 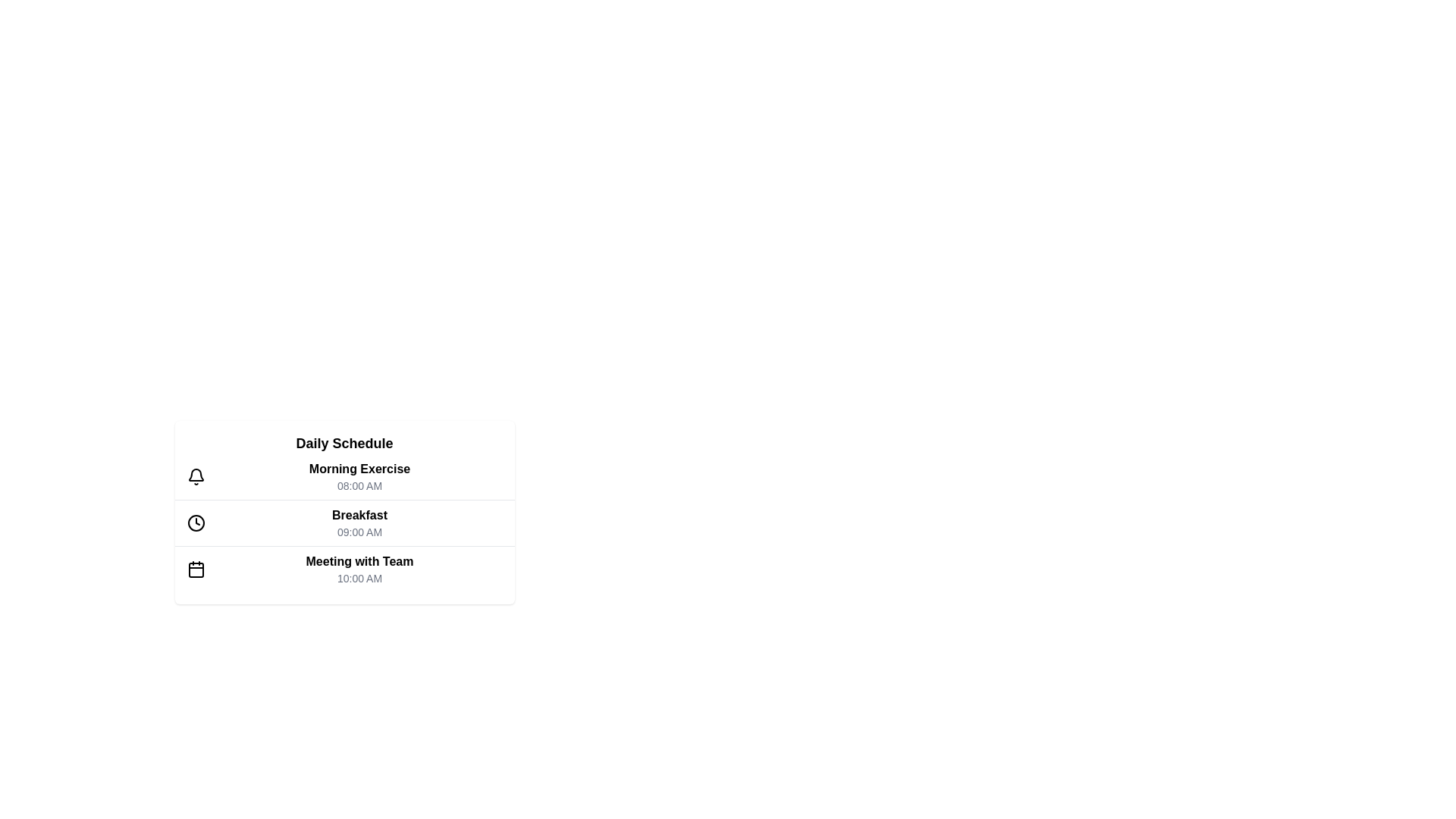 I want to click on the scheduled event list item titled 'Meeting with Team' at 10:00 AM, so click(x=359, y=570).